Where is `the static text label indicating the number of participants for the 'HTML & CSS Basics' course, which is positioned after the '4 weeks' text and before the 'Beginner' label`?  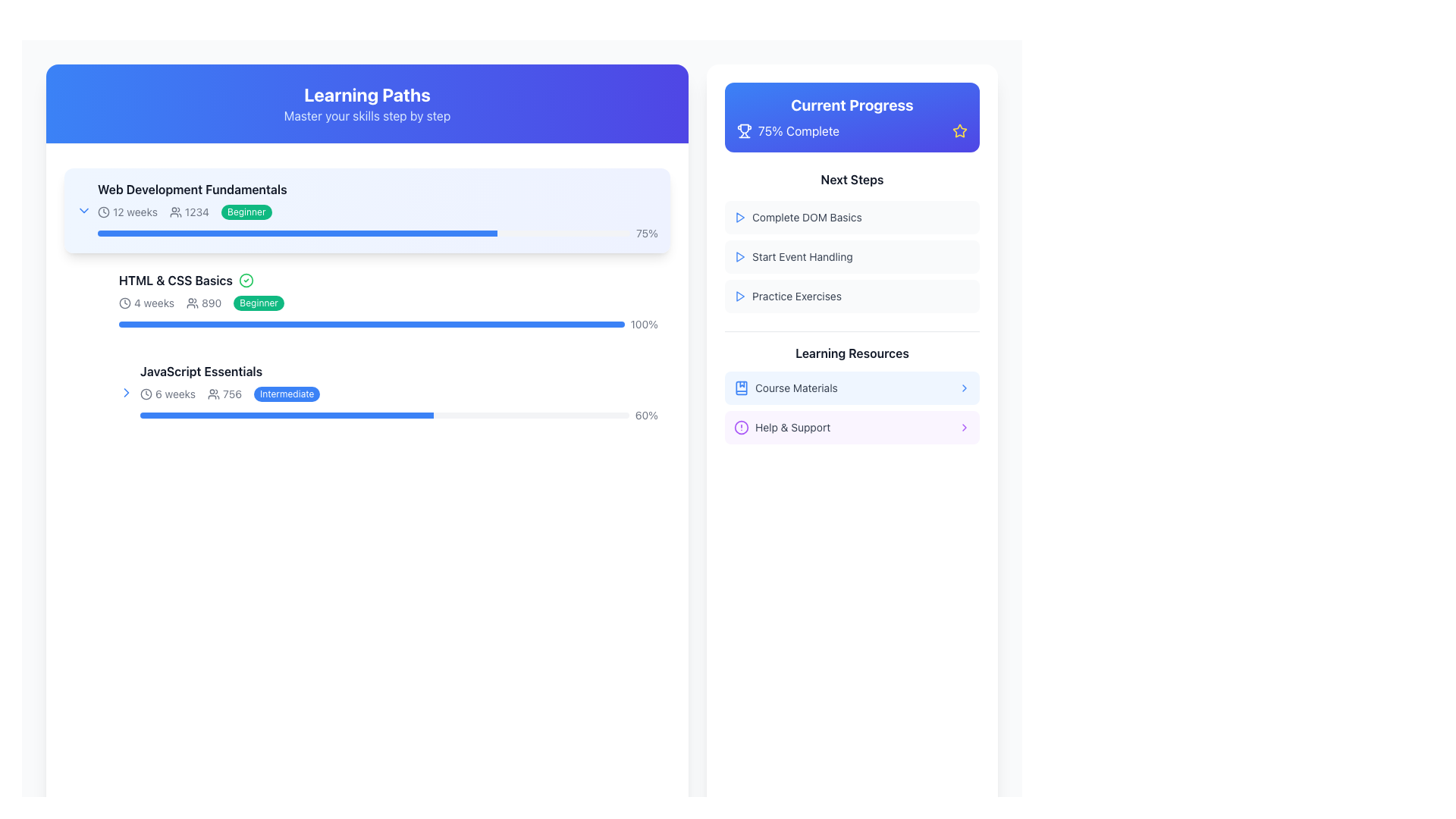 the static text label indicating the number of participants for the 'HTML & CSS Basics' course, which is positioned after the '4 weeks' text and before the 'Beginner' label is located at coordinates (203, 303).